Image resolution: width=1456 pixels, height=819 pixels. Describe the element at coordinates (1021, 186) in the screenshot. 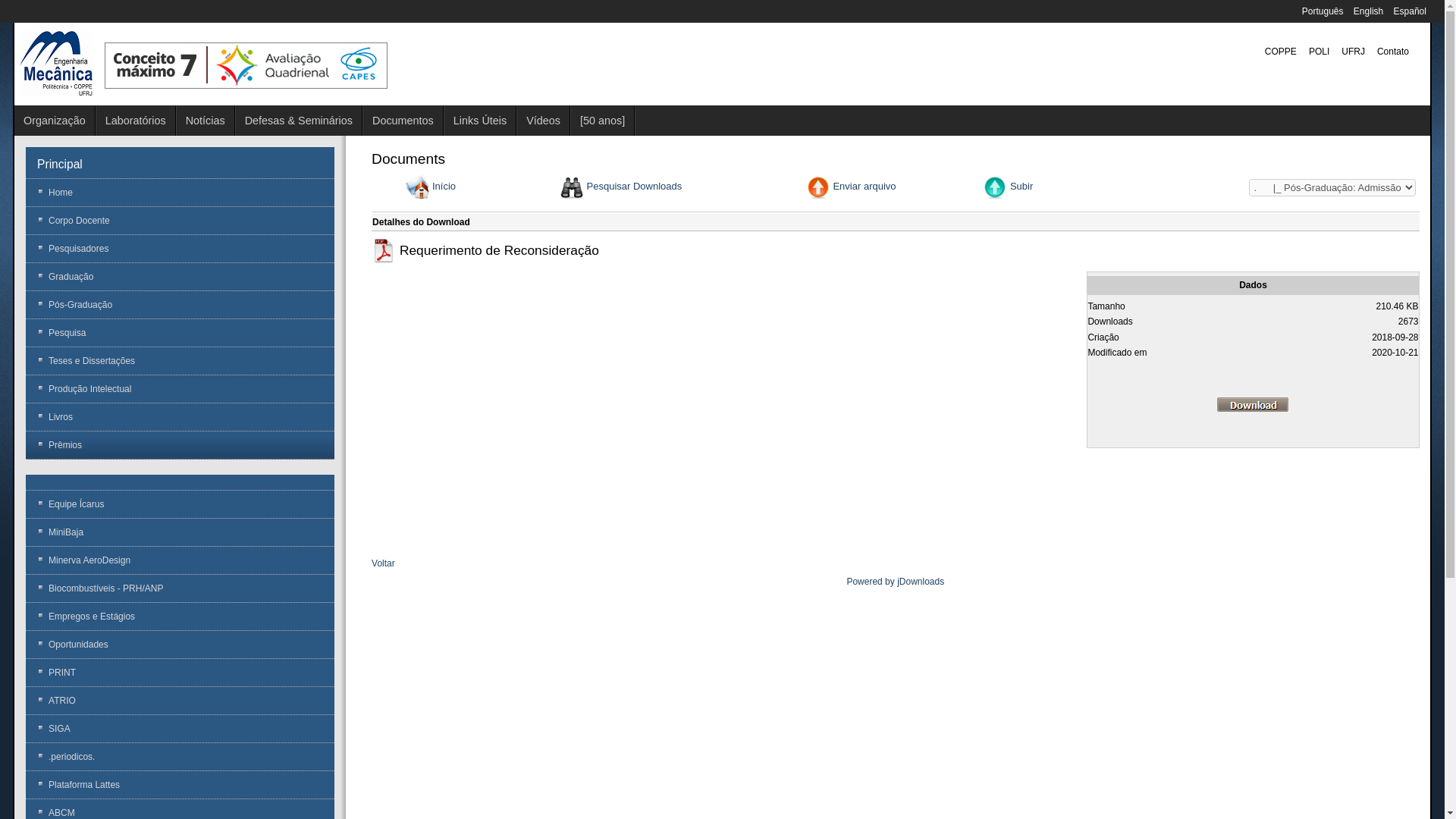

I see `'Subir'` at that location.